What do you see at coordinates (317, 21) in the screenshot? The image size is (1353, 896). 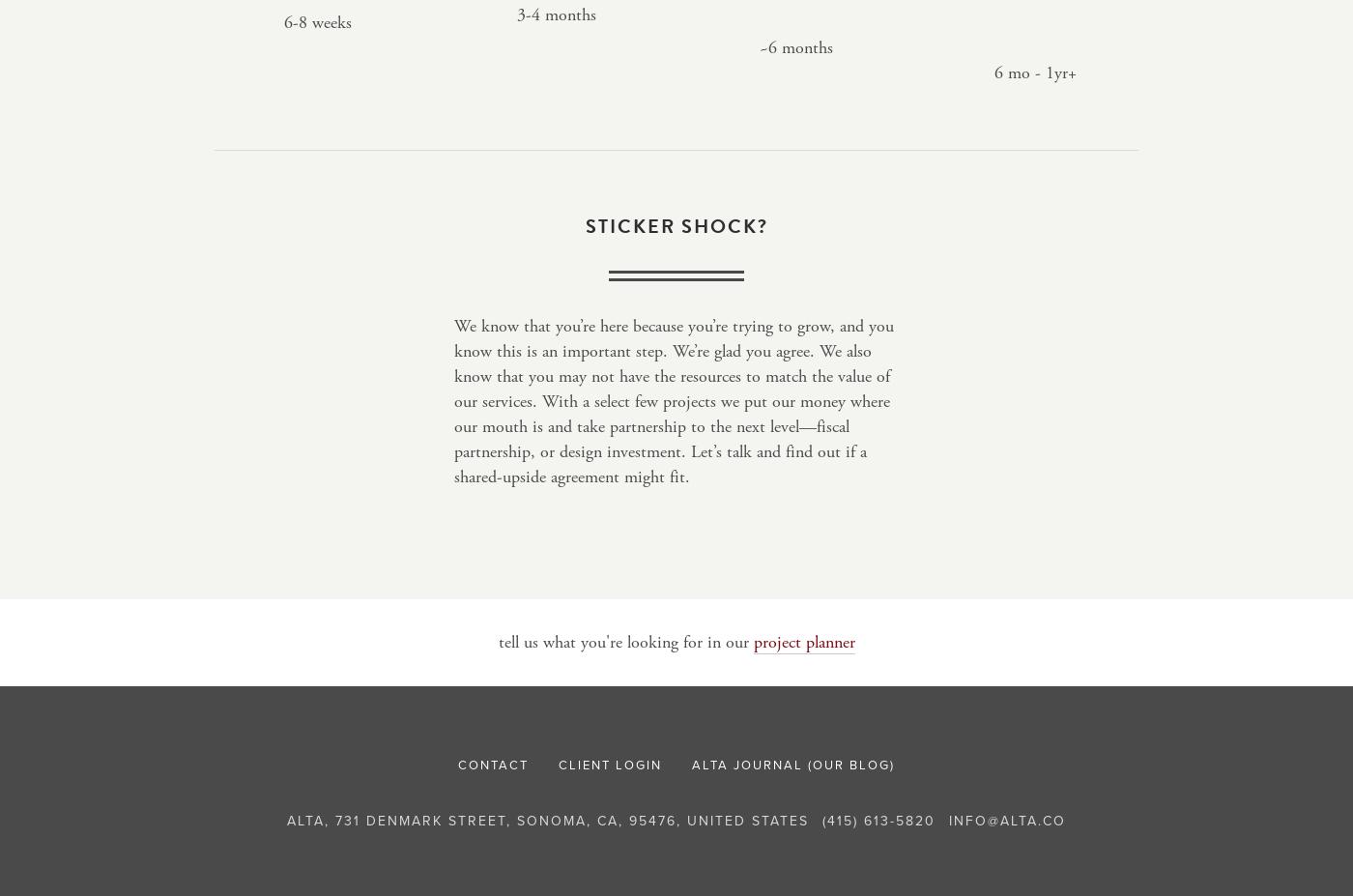 I see `'6-8 weeks'` at bounding box center [317, 21].